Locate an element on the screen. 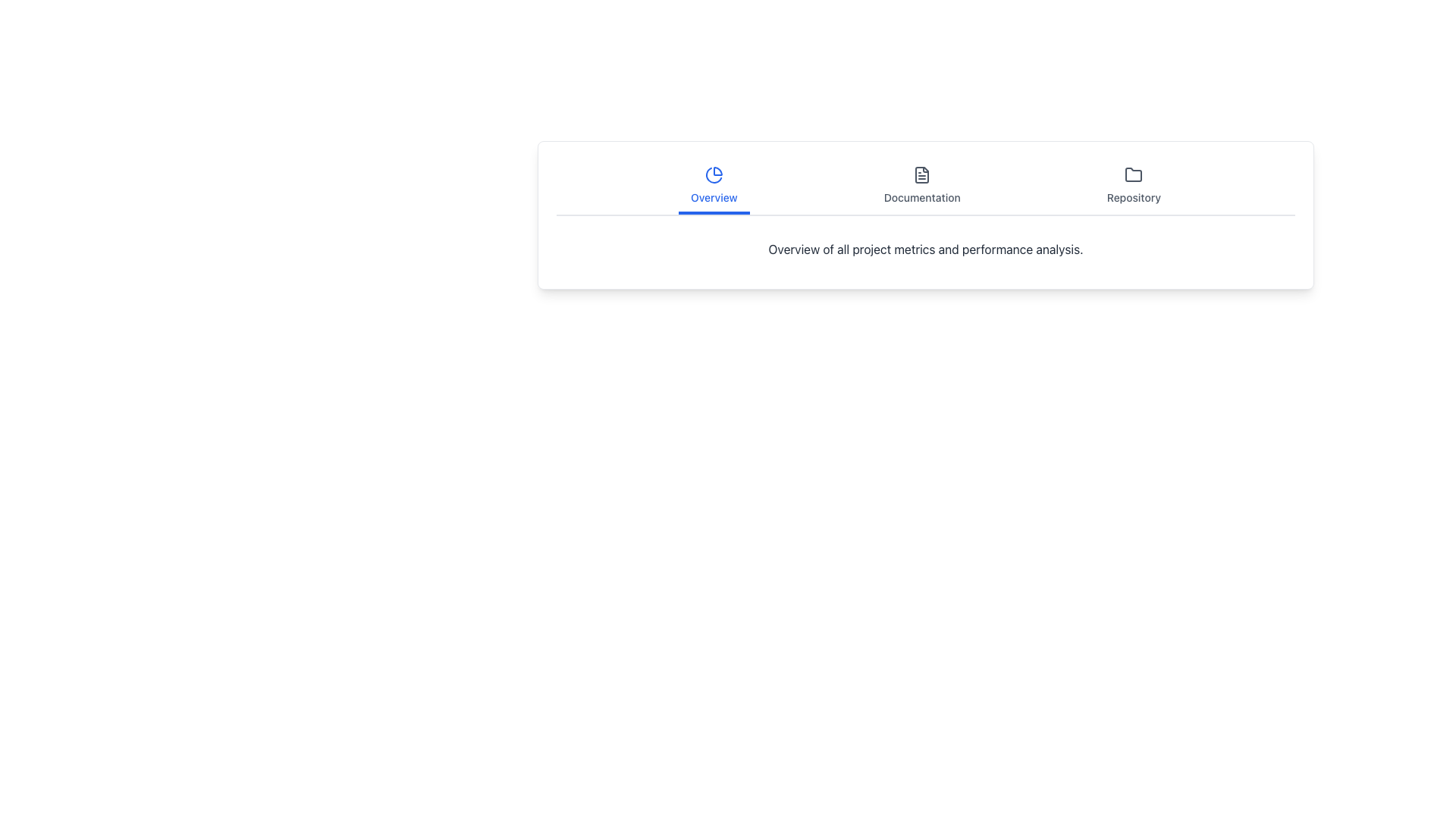 The image size is (1456, 819). the central navigation tab for 'Documentation' is located at coordinates (924, 187).